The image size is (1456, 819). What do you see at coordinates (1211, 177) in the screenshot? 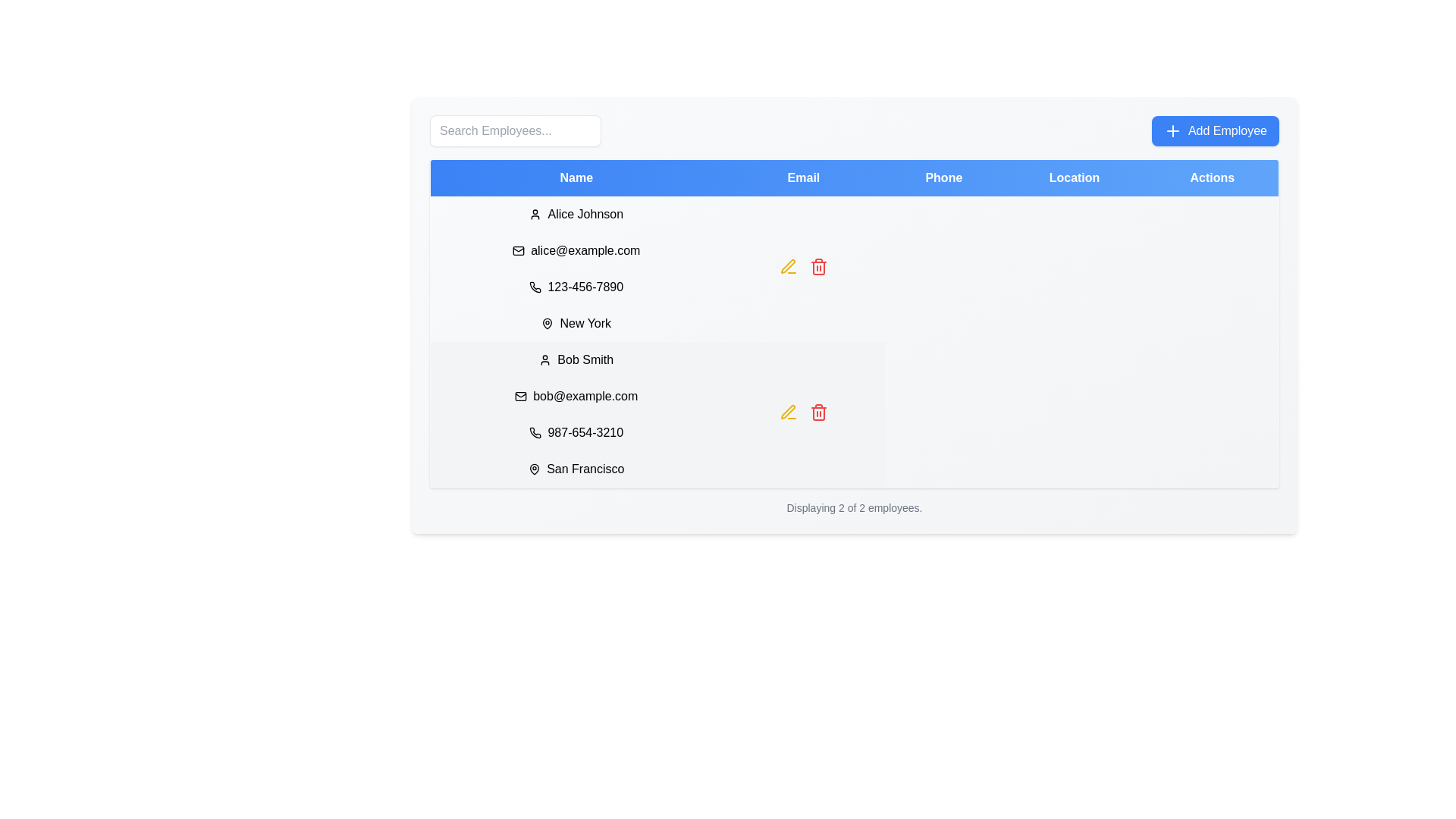
I see `the header label located at the far-right in the row of headers, immediately following the 'Location' header, which is the fifth element in the sequence` at bounding box center [1211, 177].